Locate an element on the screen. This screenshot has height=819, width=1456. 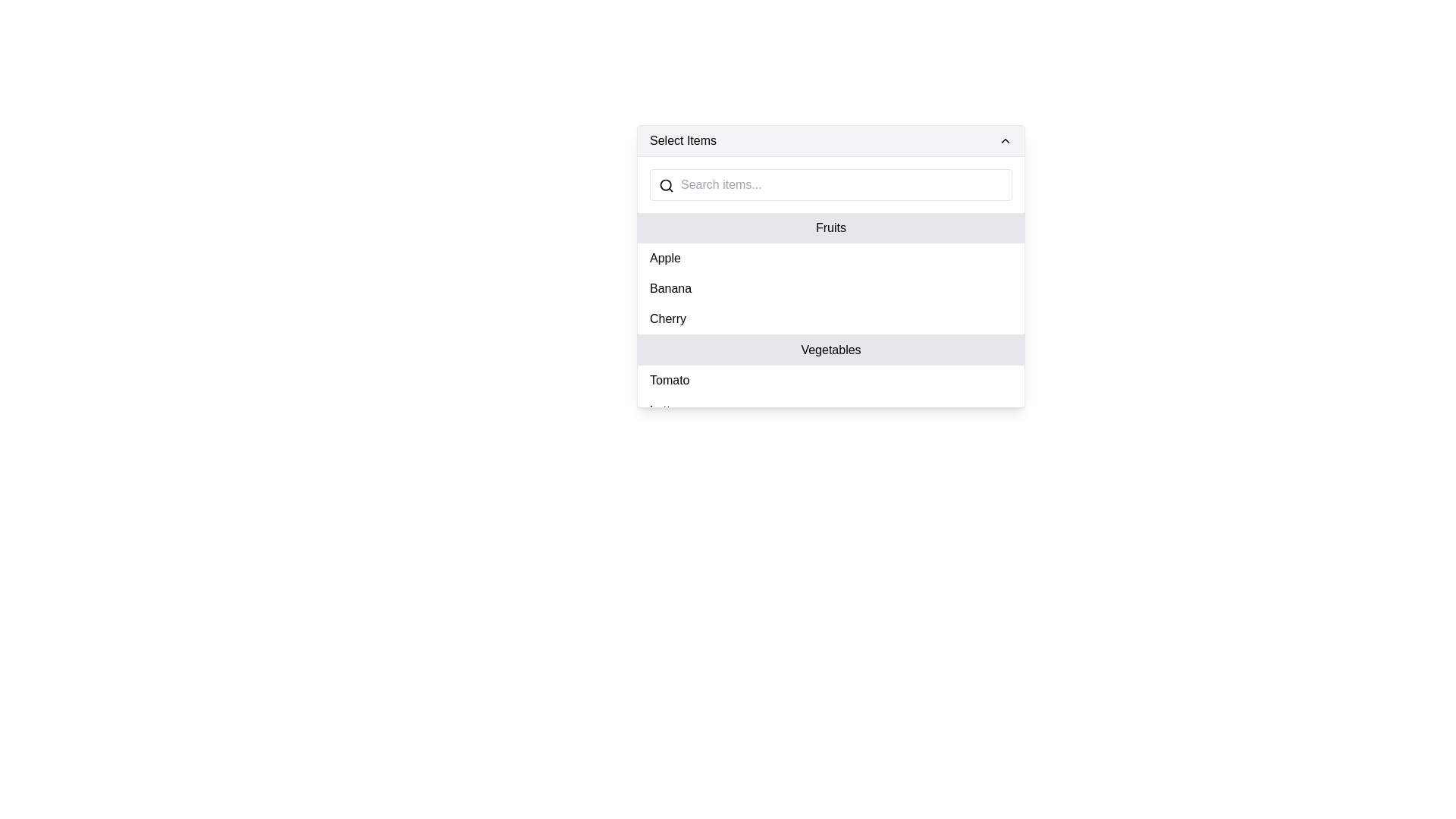
the upward-pointing chevron icon at the far right of the 'Select Items' dropdown header is located at coordinates (1005, 140).